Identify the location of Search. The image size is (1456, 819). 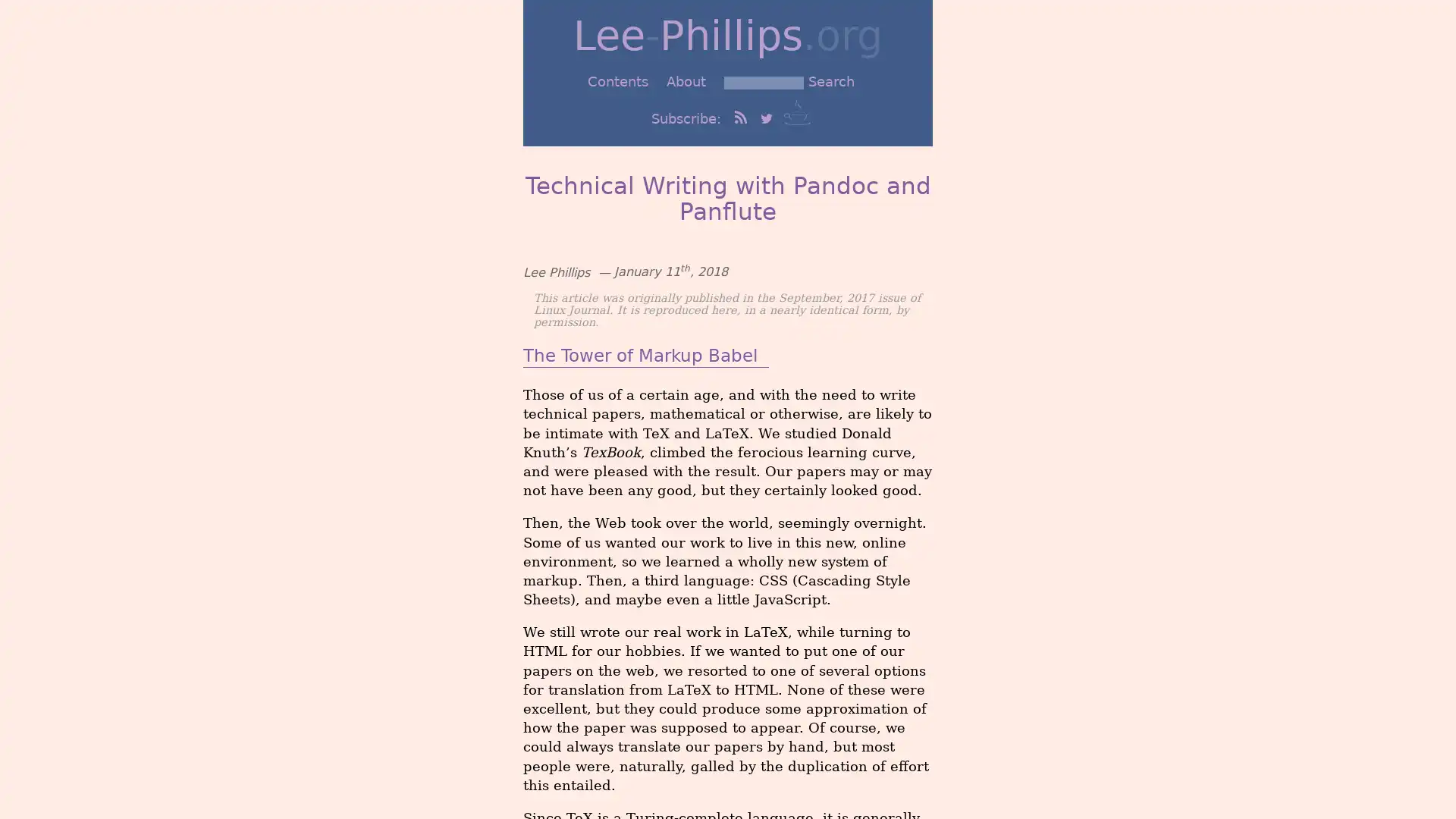
(830, 81).